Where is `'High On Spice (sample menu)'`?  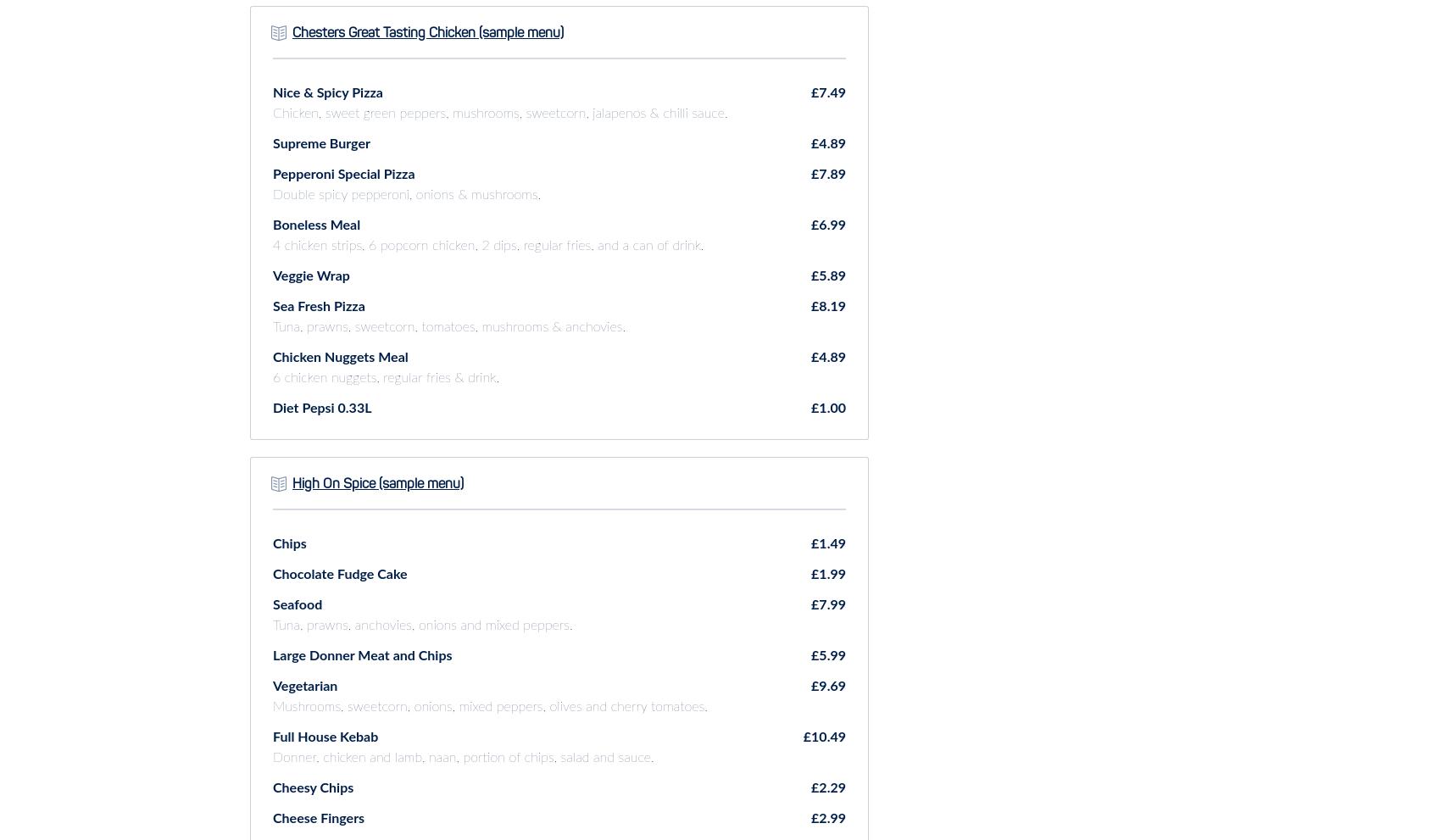 'High On Spice (sample menu)' is located at coordinates (378, 483).